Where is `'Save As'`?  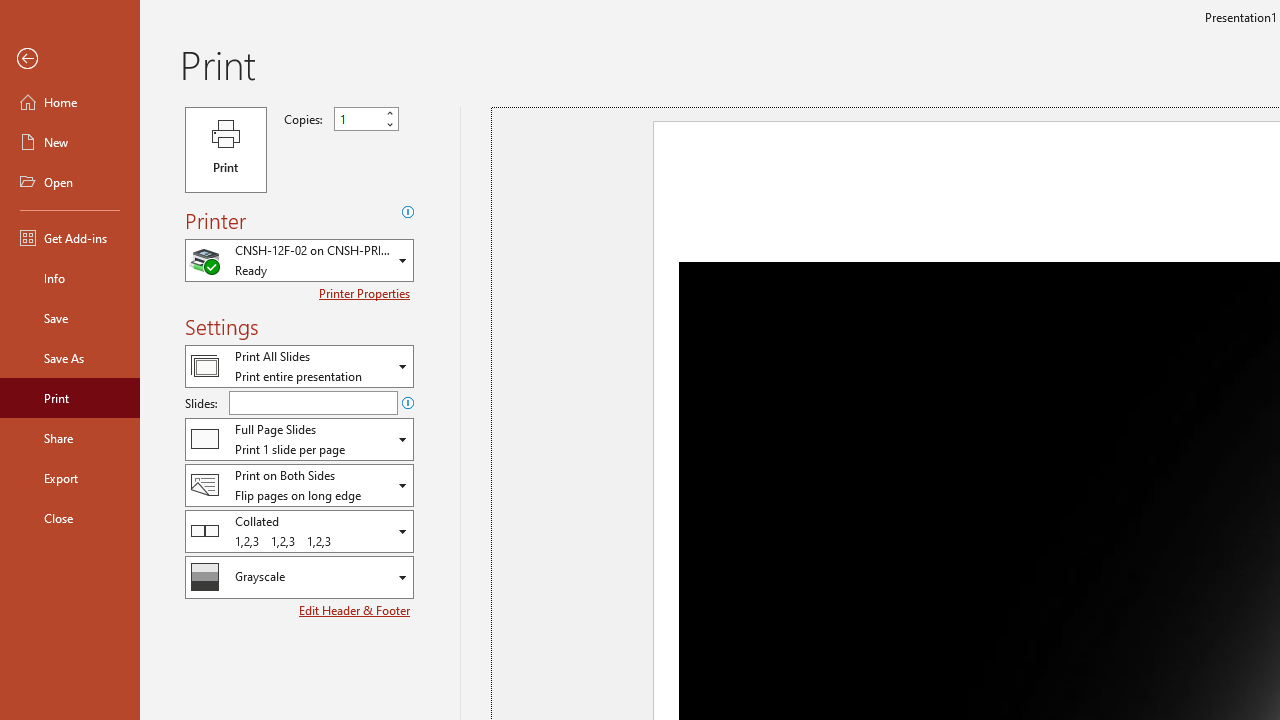
'Save As' is located at coordinates (69, 356).